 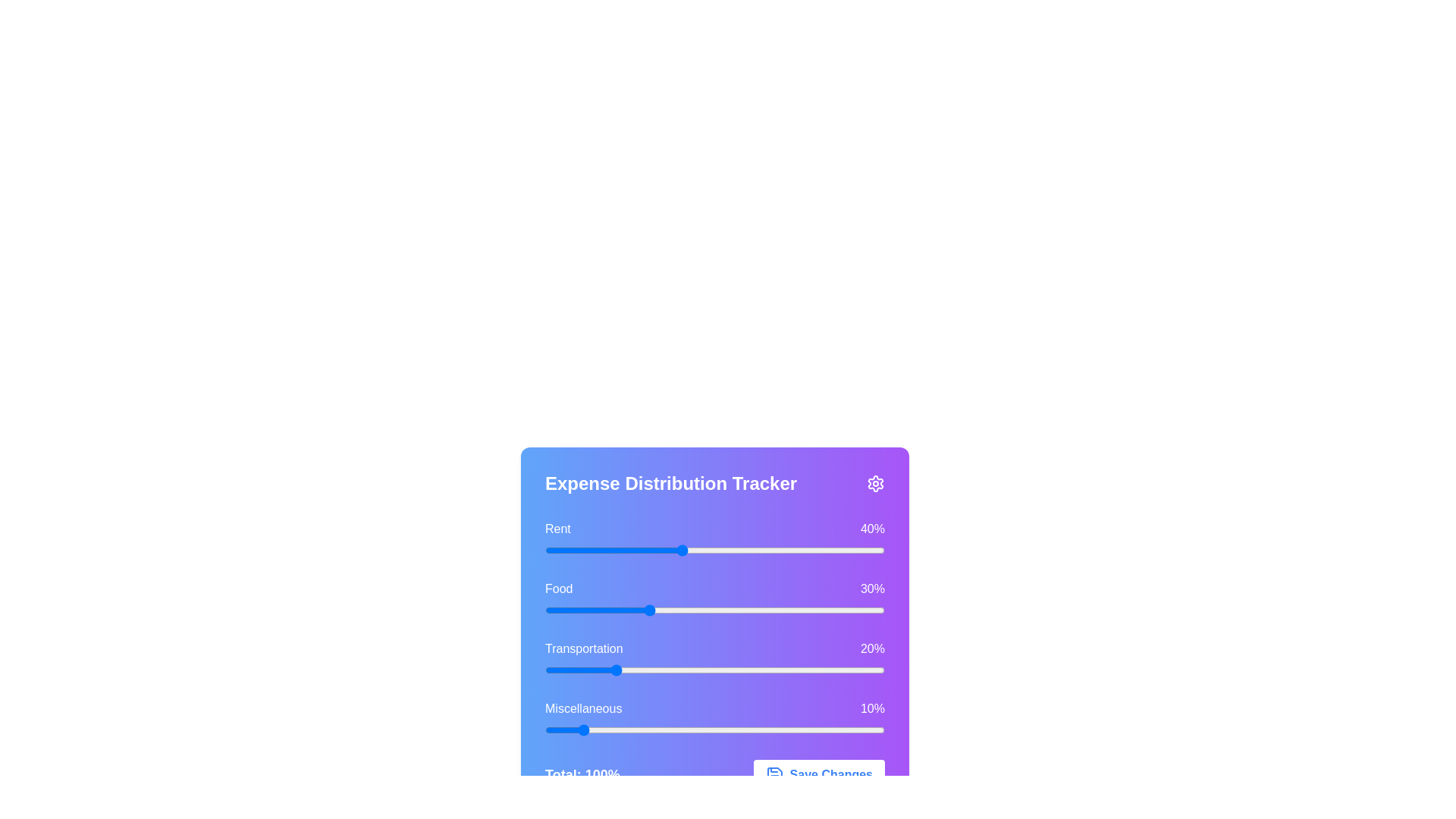 What do you see at coordinates (805, 550) in the screenshot?
I see `the Rent percentage` at bounding box center [805, 550].